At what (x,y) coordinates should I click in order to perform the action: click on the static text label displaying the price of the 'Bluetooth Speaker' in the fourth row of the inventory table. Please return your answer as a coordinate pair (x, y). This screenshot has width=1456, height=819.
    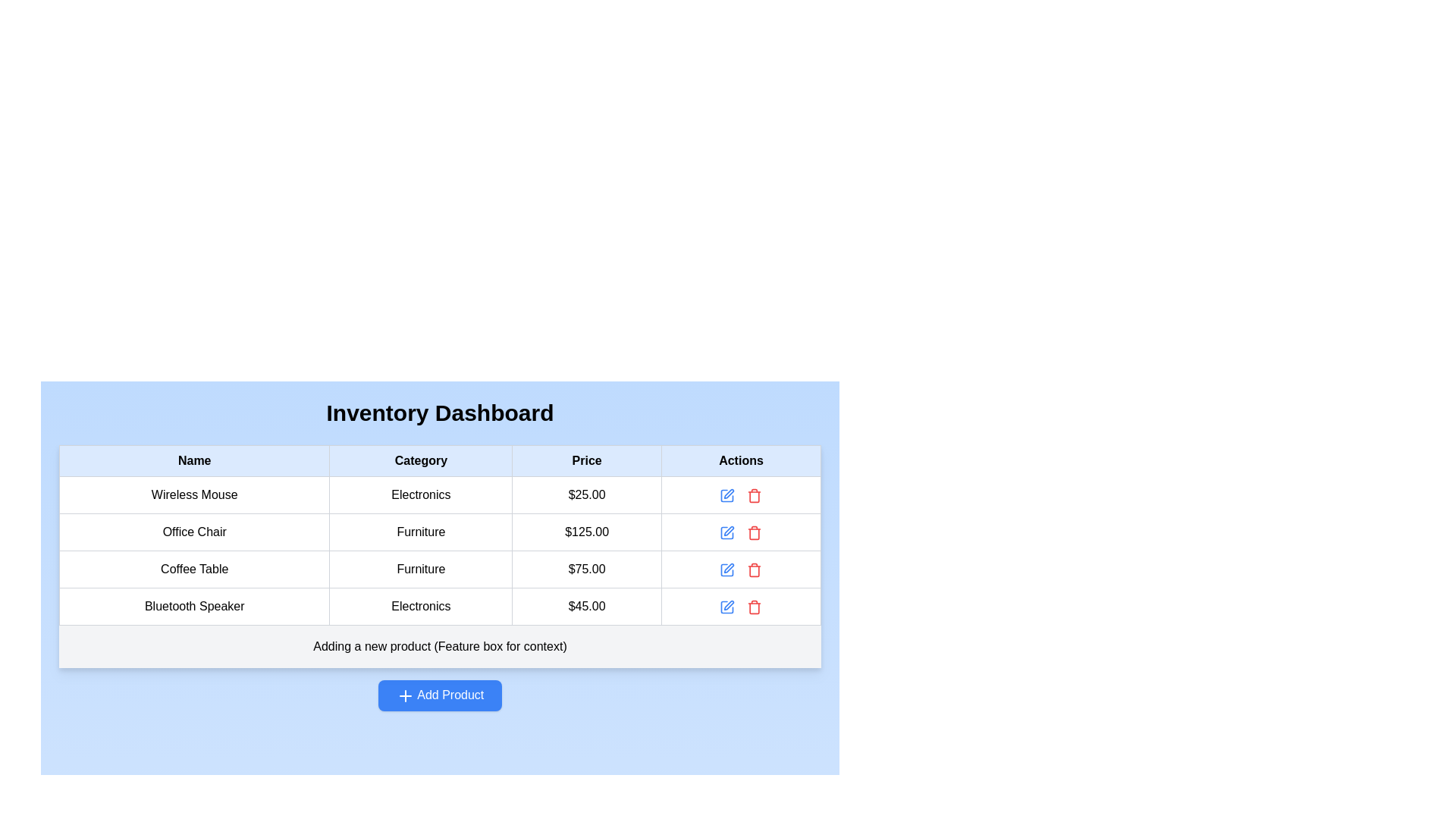
    Looking at the image, I should click on (586, 605).